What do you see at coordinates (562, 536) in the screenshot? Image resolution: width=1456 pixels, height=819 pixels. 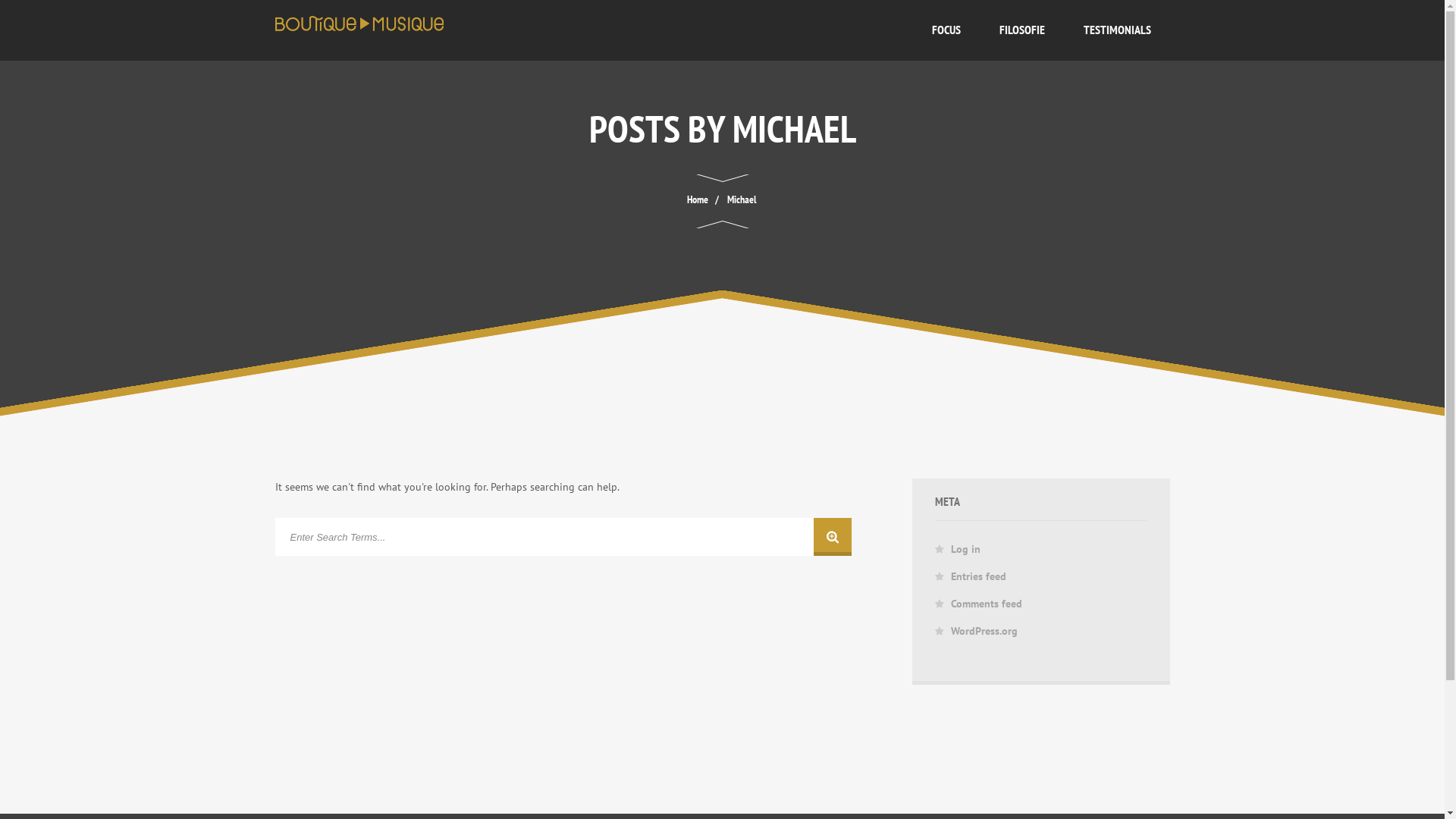 I see `'Search'` at bounding box center [562, 536].